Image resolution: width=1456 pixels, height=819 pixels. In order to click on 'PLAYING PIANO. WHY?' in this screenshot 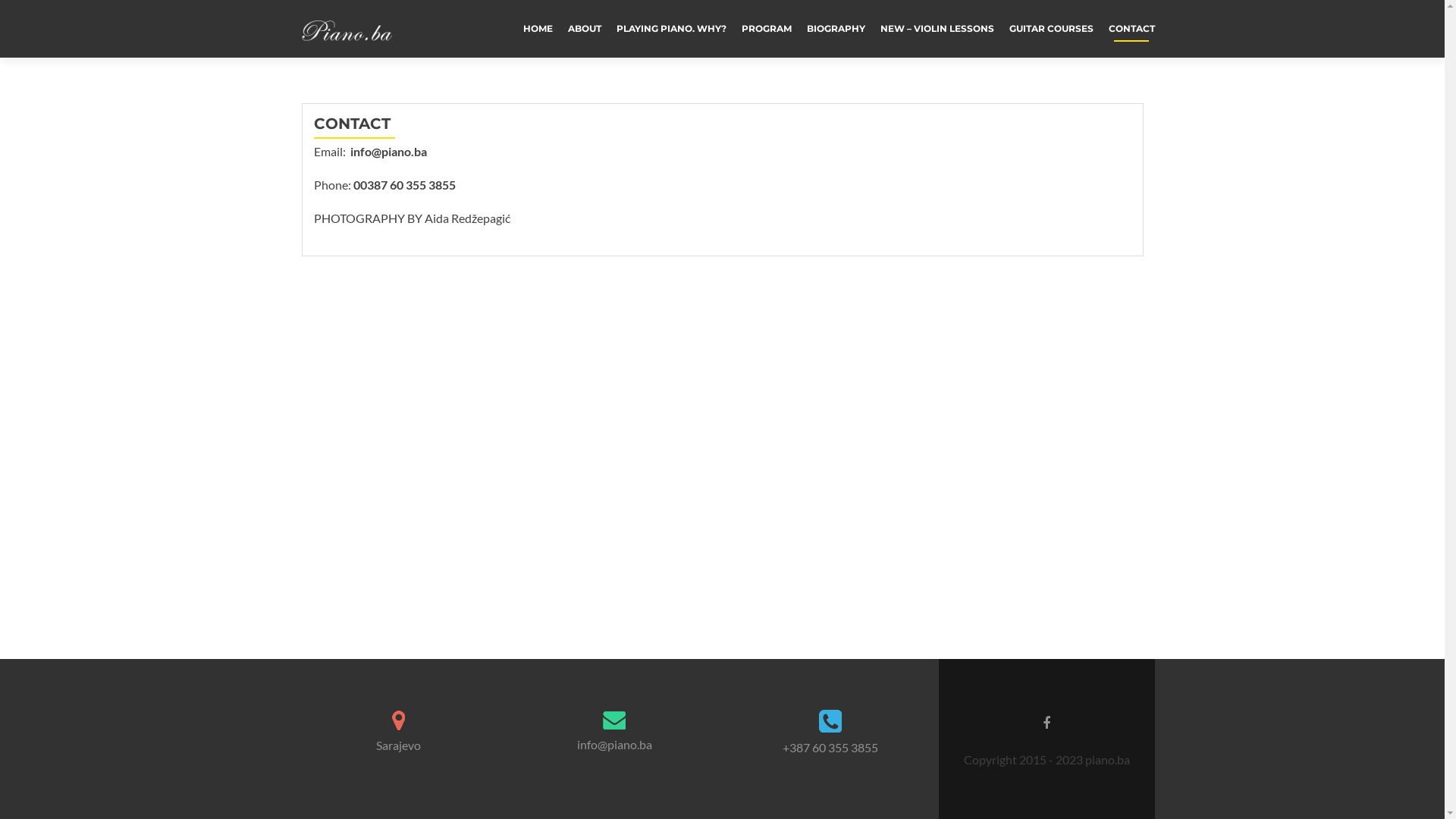, I will do `click(670, 28)`.